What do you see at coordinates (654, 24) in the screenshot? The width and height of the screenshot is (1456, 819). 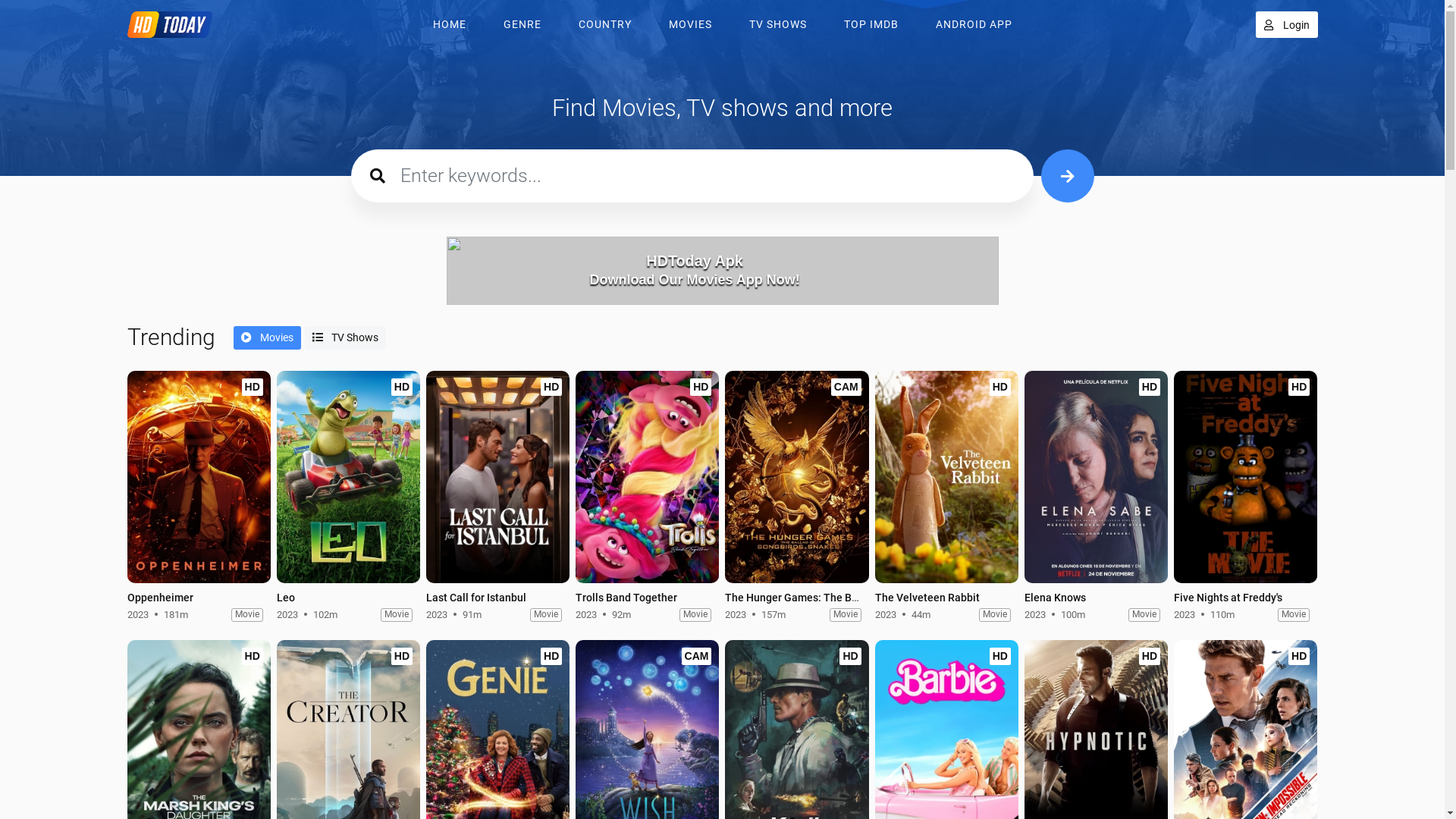 I see `'MOVIES'` at bounding box center [654, 24].